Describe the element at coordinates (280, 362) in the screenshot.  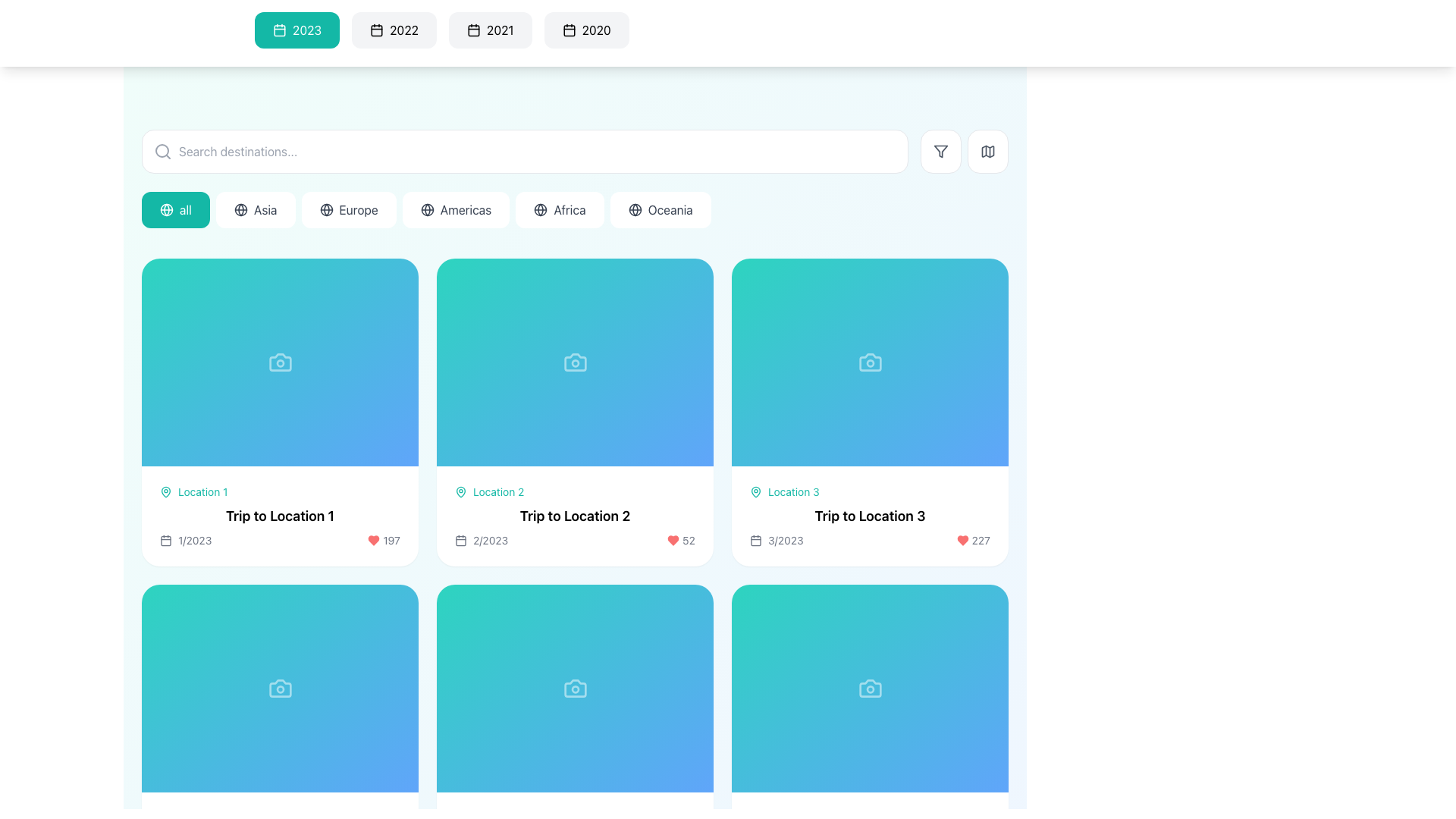
I see `the photography or image-related static icon located near the top-center of the 'Trip to Location 1' tile in the grid layout` at that location.